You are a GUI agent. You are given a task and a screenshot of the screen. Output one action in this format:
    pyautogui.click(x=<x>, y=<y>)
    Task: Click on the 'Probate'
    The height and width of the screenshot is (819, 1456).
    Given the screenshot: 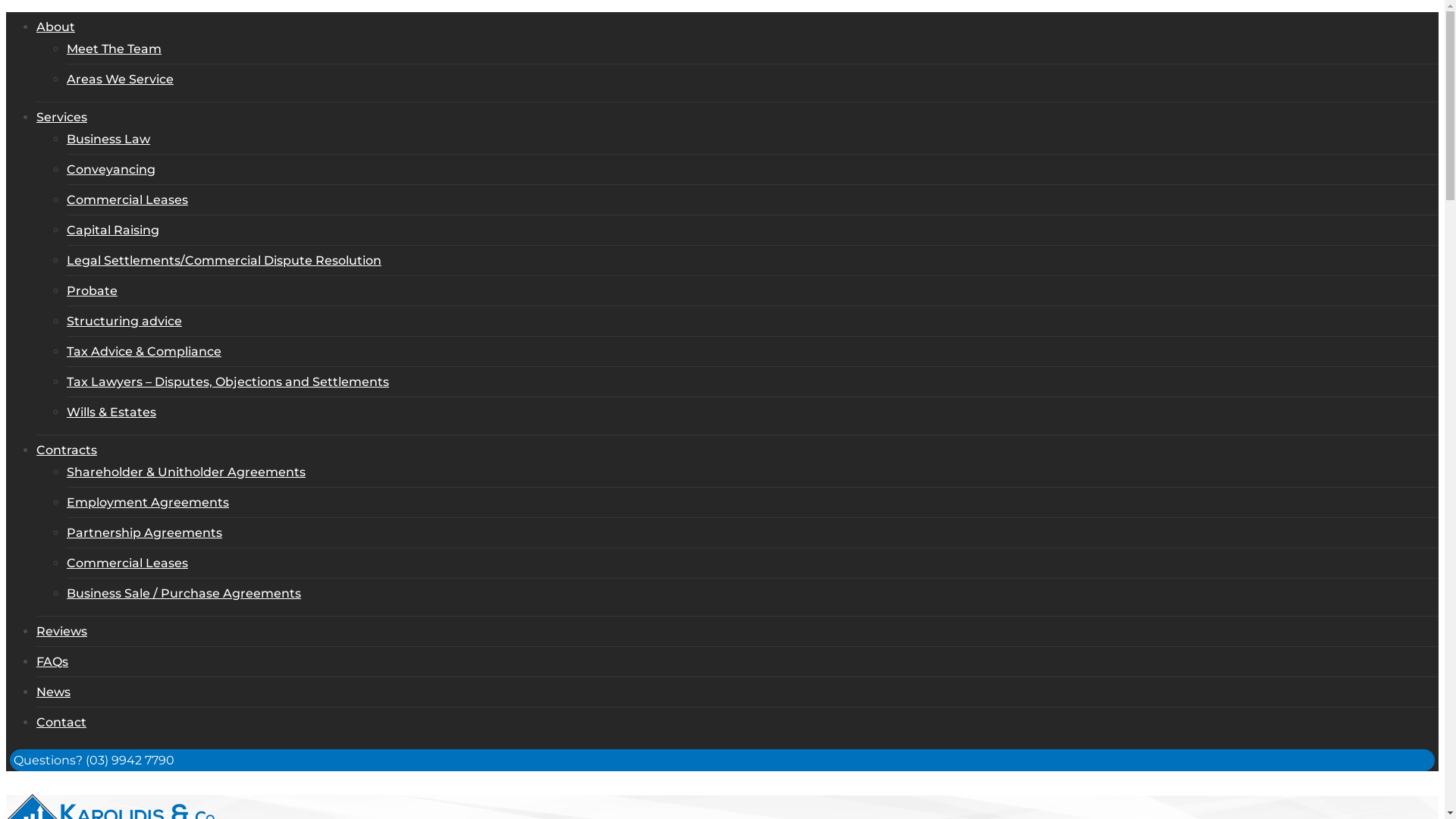 What is the action you would take?
    pyautogui.click(x=91, y=290)
    